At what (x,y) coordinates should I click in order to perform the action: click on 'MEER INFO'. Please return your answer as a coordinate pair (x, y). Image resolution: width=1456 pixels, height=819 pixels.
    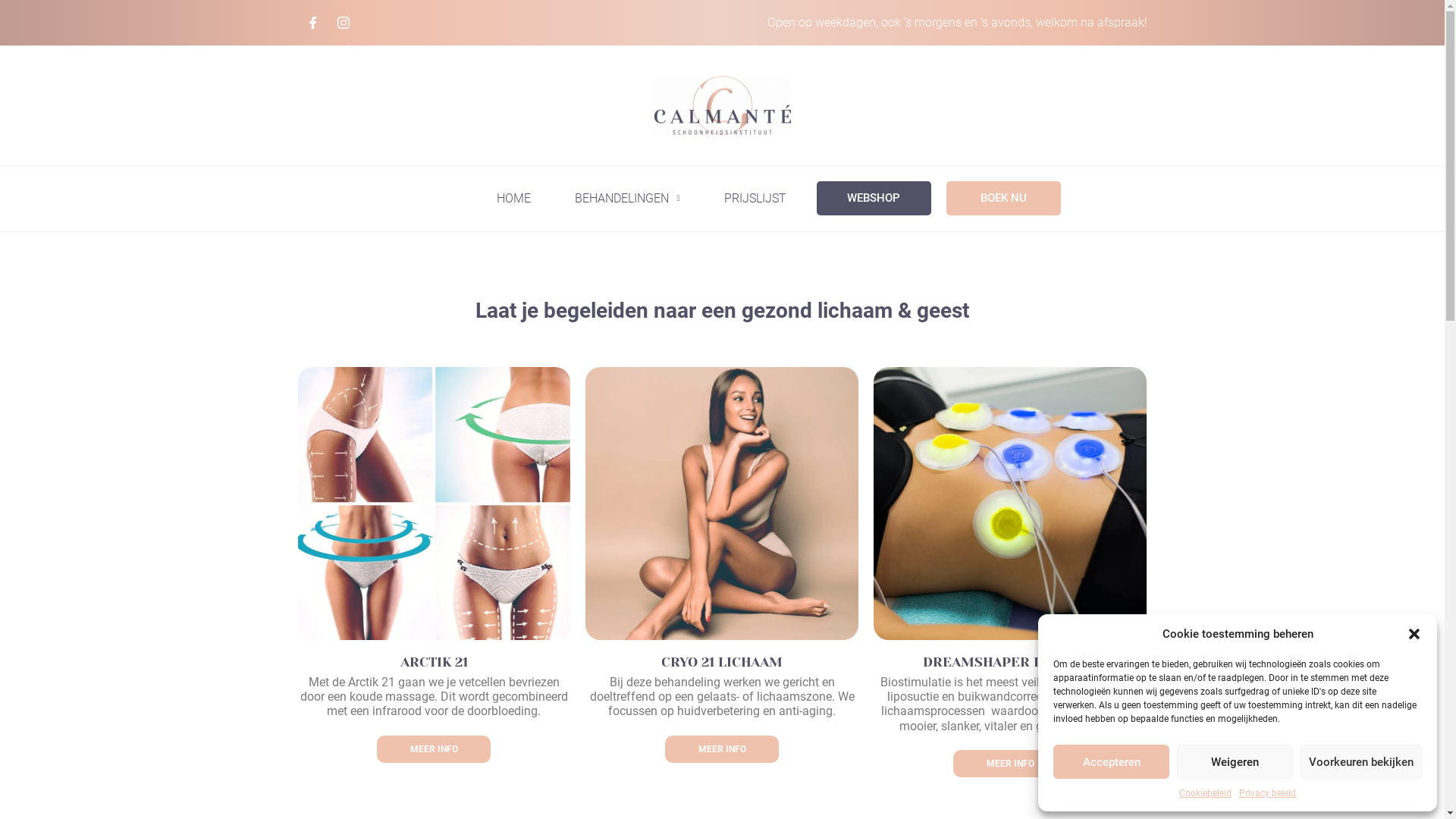
    Looking at the image, I should click on (720, 748).